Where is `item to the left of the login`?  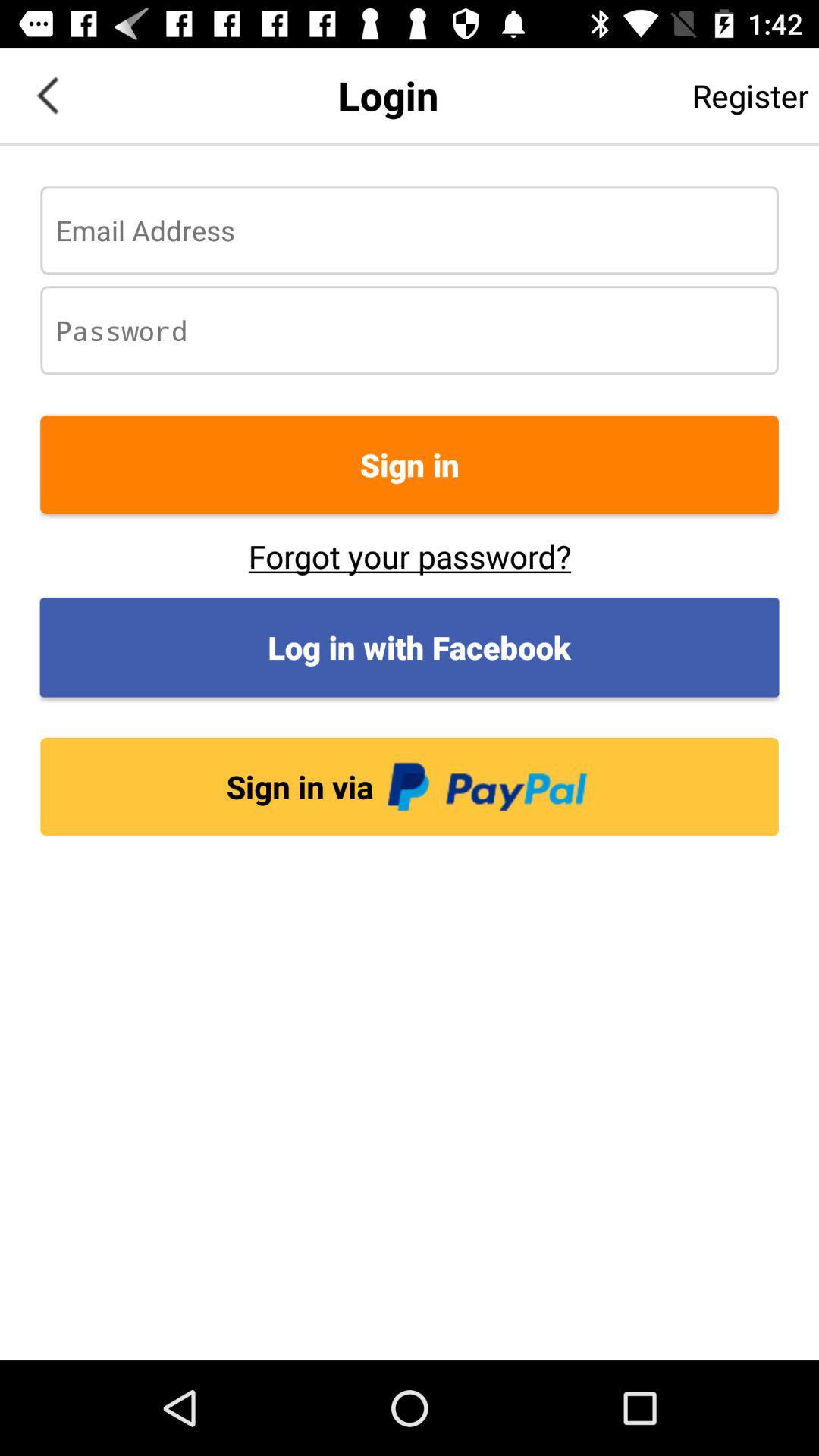
item to the left of the login is located at coordinates (46, 94).